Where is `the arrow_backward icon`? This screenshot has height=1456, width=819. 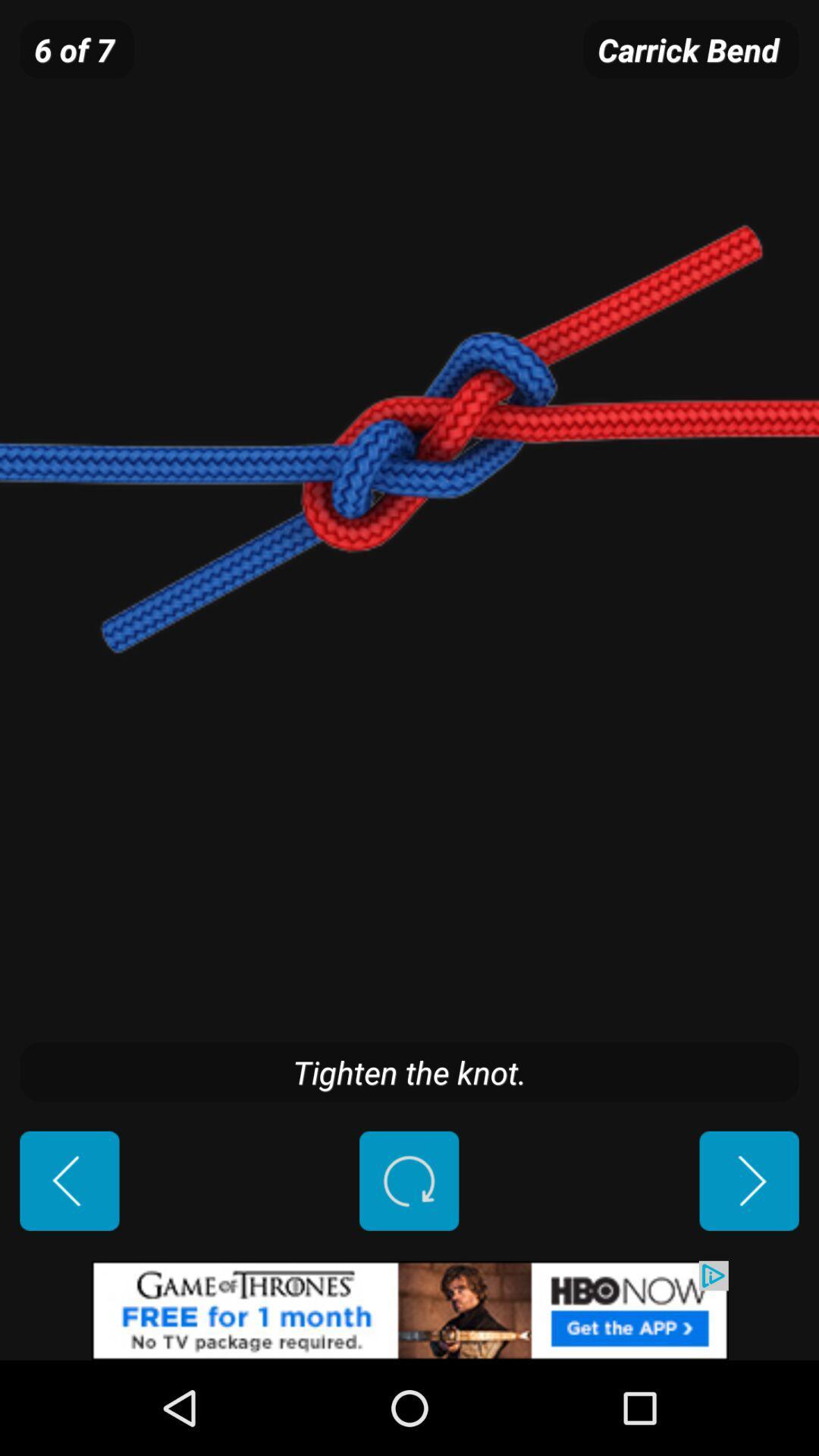
the arrow_backward icon is located at coordinates (69, 1263).